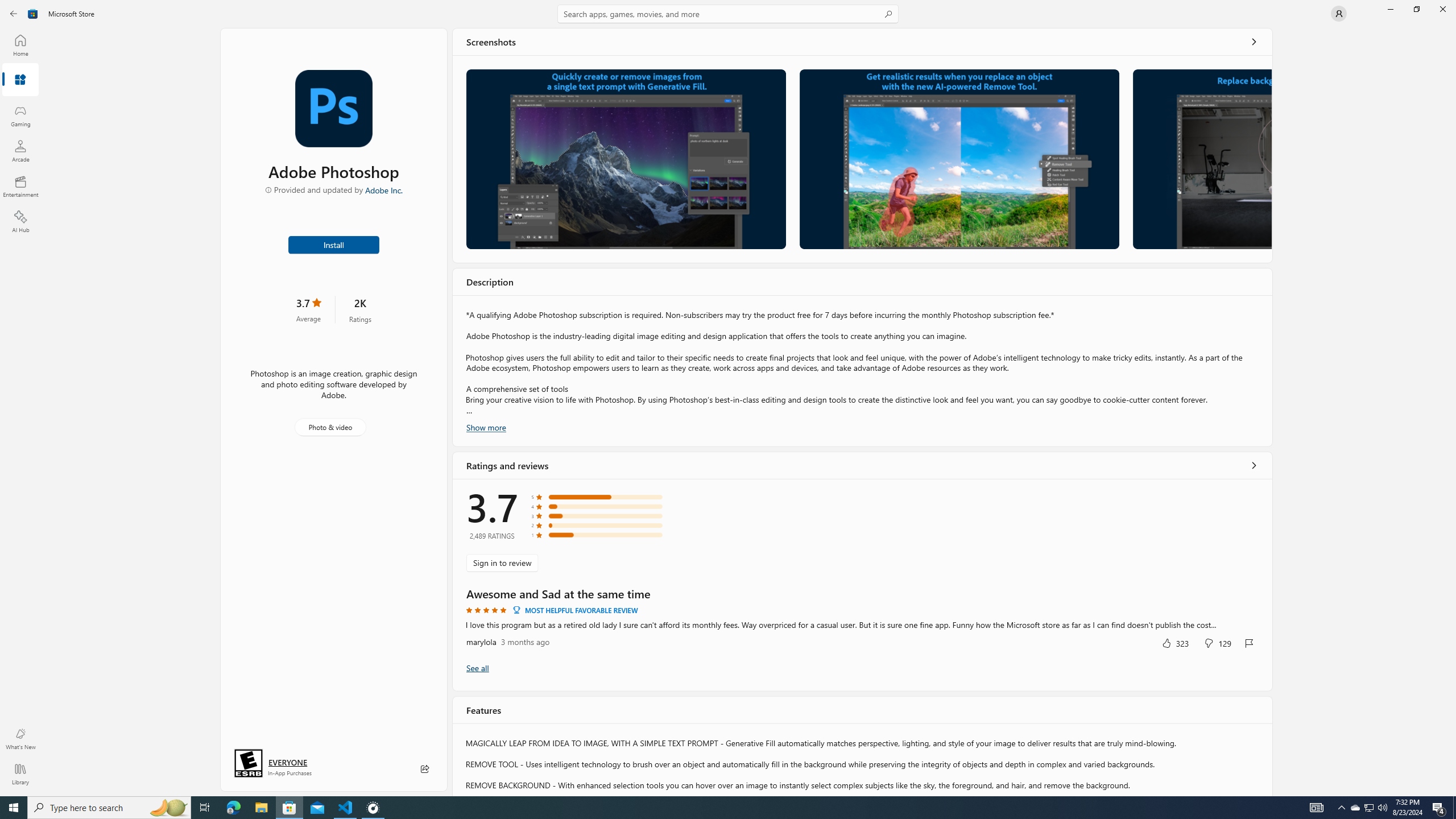  What do you see at coordinates (1174, 642) in the screenshot?
I see `'Yes, this was helpful. 323 votes.'` at bounding box center [1174, 642].